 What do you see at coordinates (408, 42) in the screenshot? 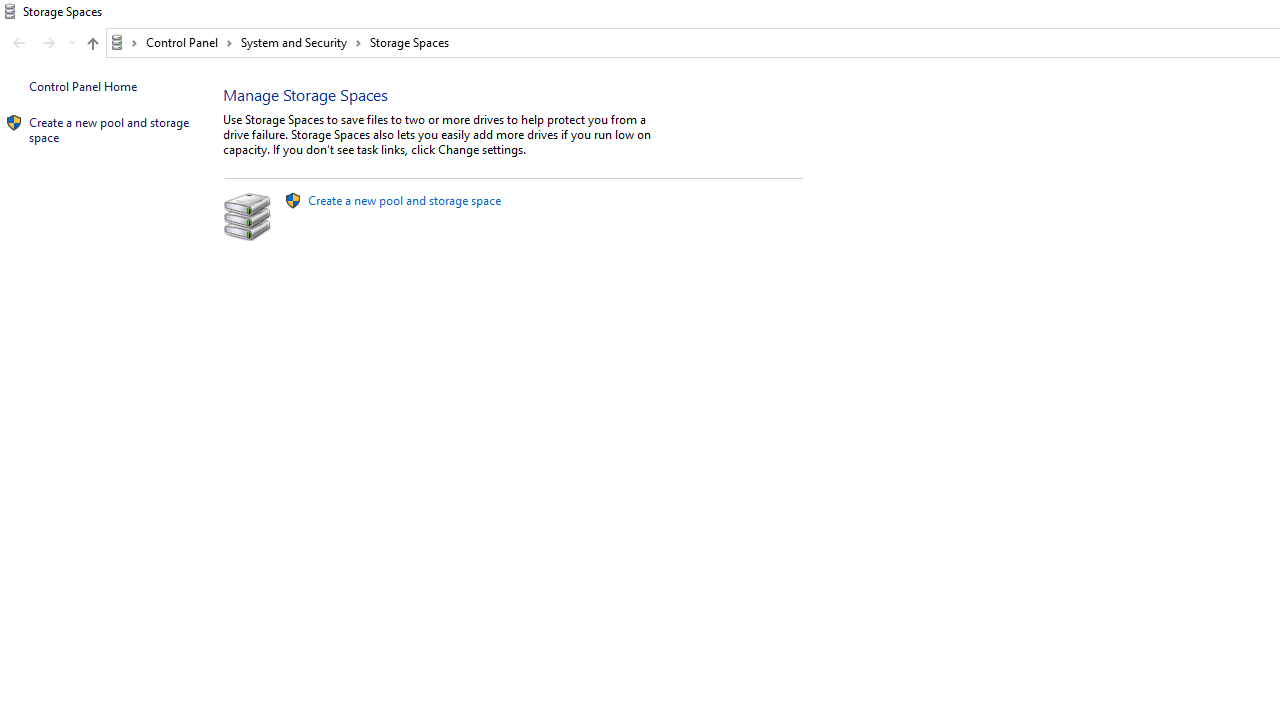
I see `'Storage Spaces'` at bounding box center [408, 42].